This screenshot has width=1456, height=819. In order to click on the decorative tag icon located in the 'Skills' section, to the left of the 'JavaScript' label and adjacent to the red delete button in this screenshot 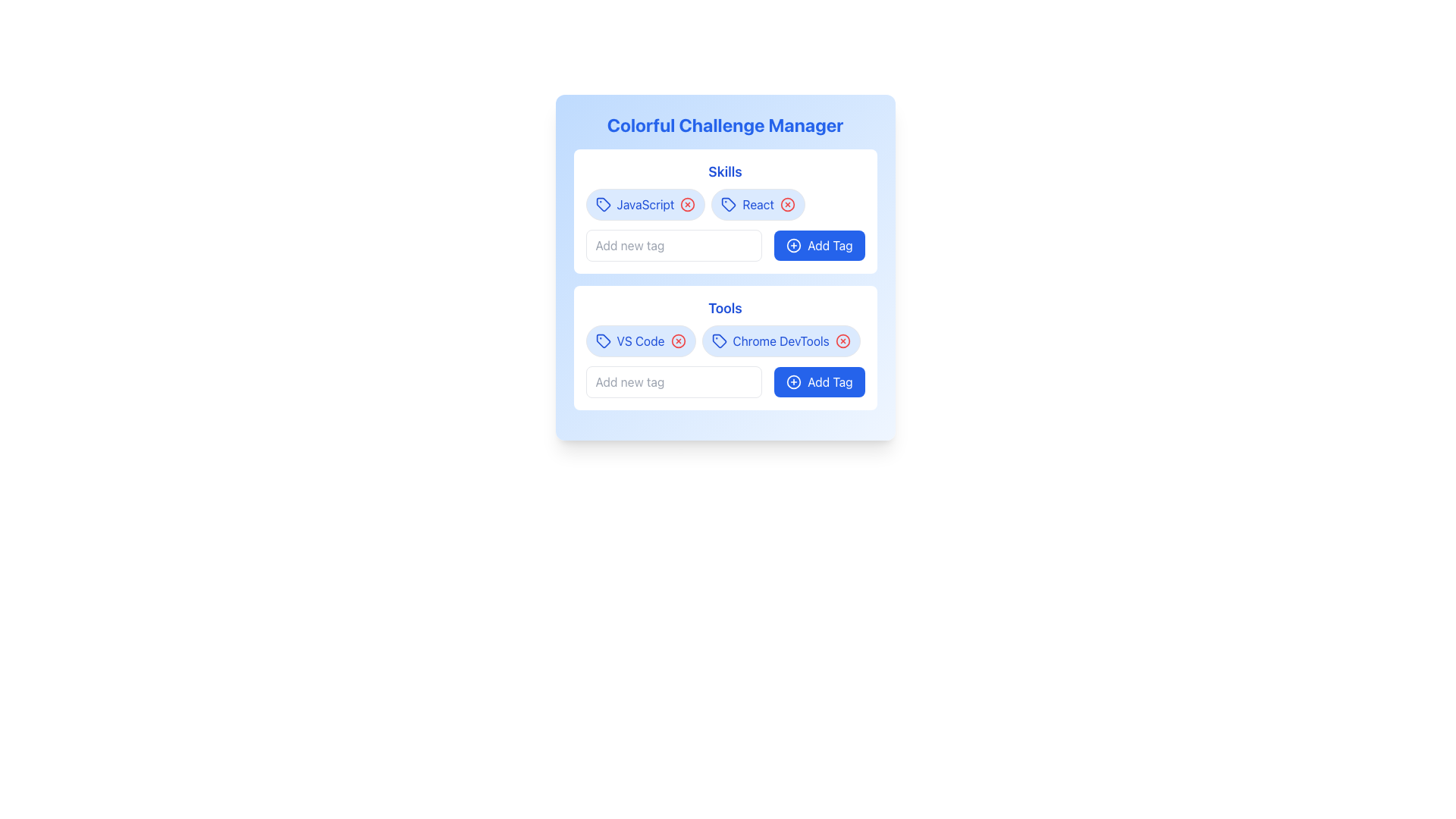, I will do `click(602, 205)`.